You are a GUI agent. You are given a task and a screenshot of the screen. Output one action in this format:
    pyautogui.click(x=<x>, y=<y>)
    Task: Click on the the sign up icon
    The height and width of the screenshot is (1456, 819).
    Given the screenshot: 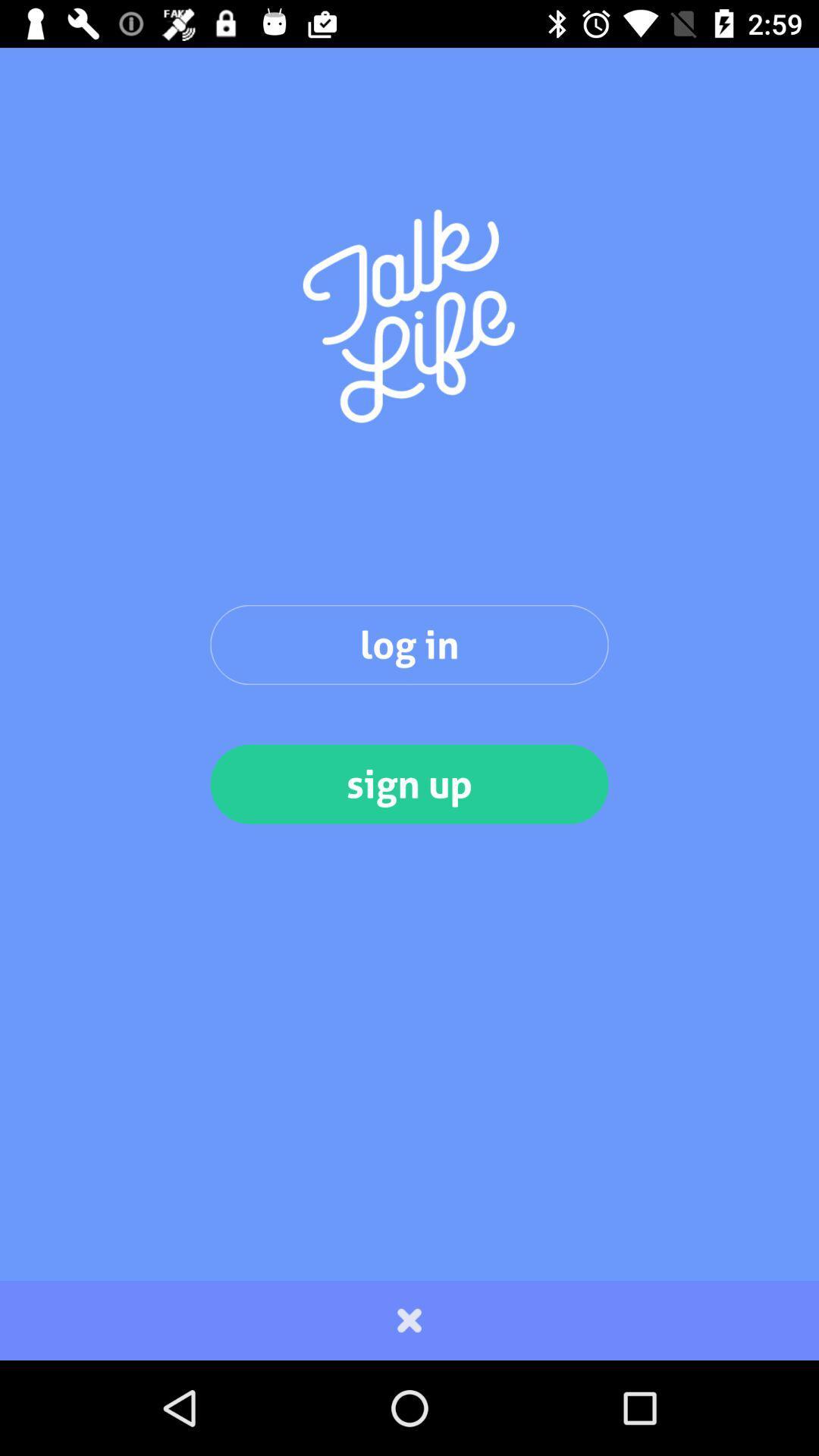 What is the action you would take?
    pyautogui.click(x=409, y=784)
    